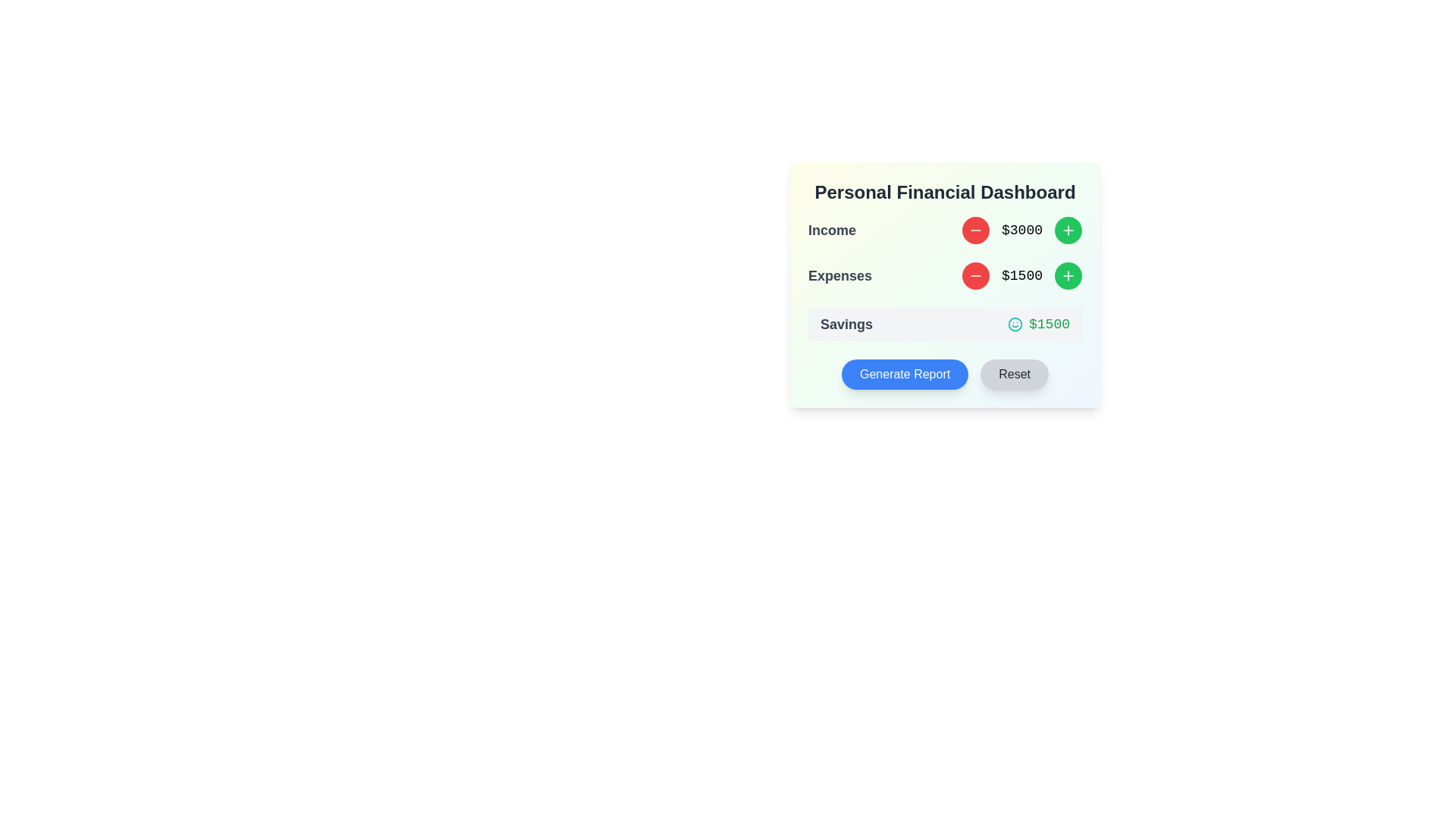 This screenshot has width=1456, height=819. What do you see at coordinates (1022, 231) in the screenshot?
I see `the static text label displaying '$3000' which is located under the 'Income' label, flanked by a red minus button and a green plus button` at bounding box center [1022, 231].